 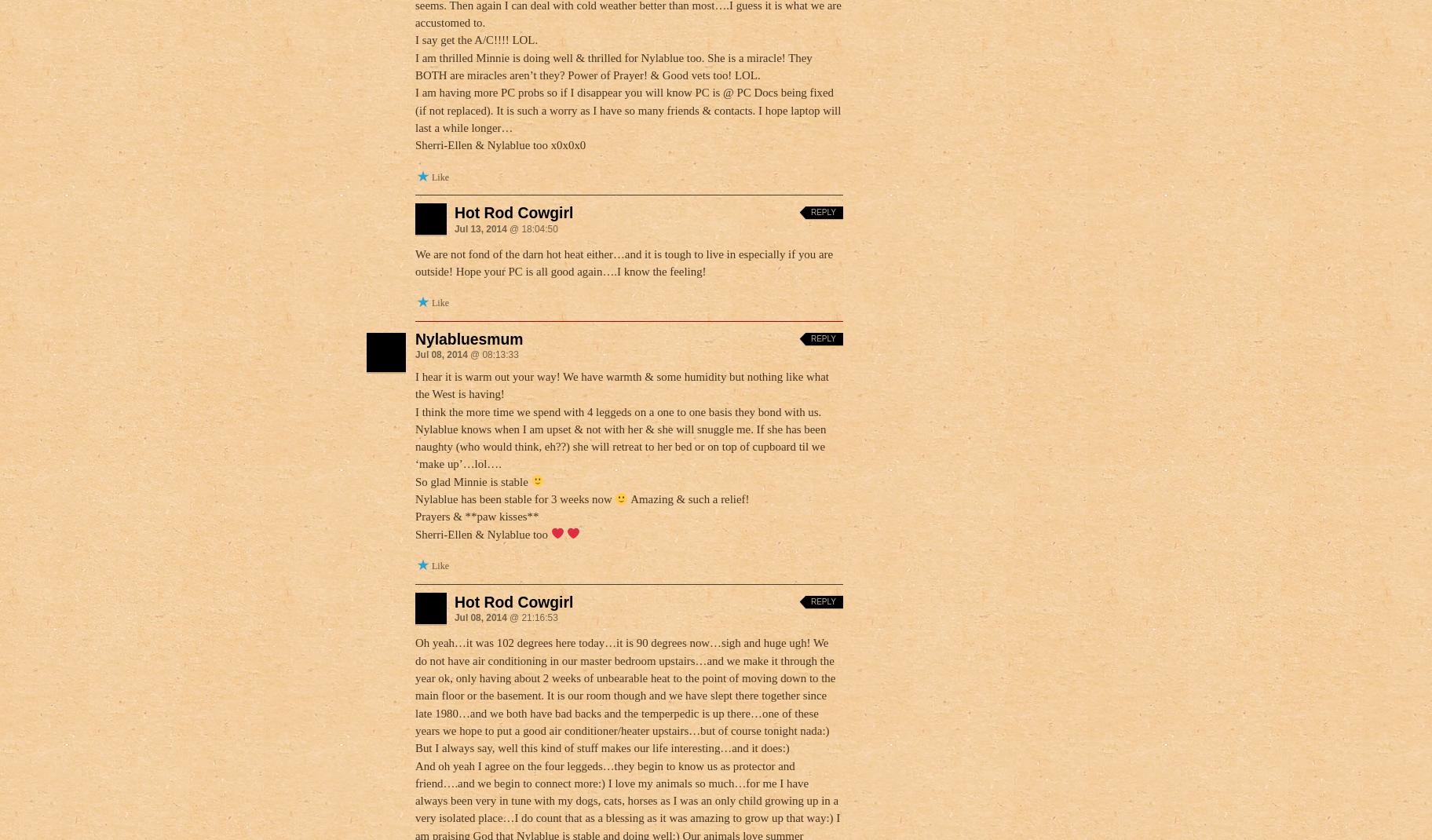 I want to click on '@ 08:13:33', so click(x=491, y=354).